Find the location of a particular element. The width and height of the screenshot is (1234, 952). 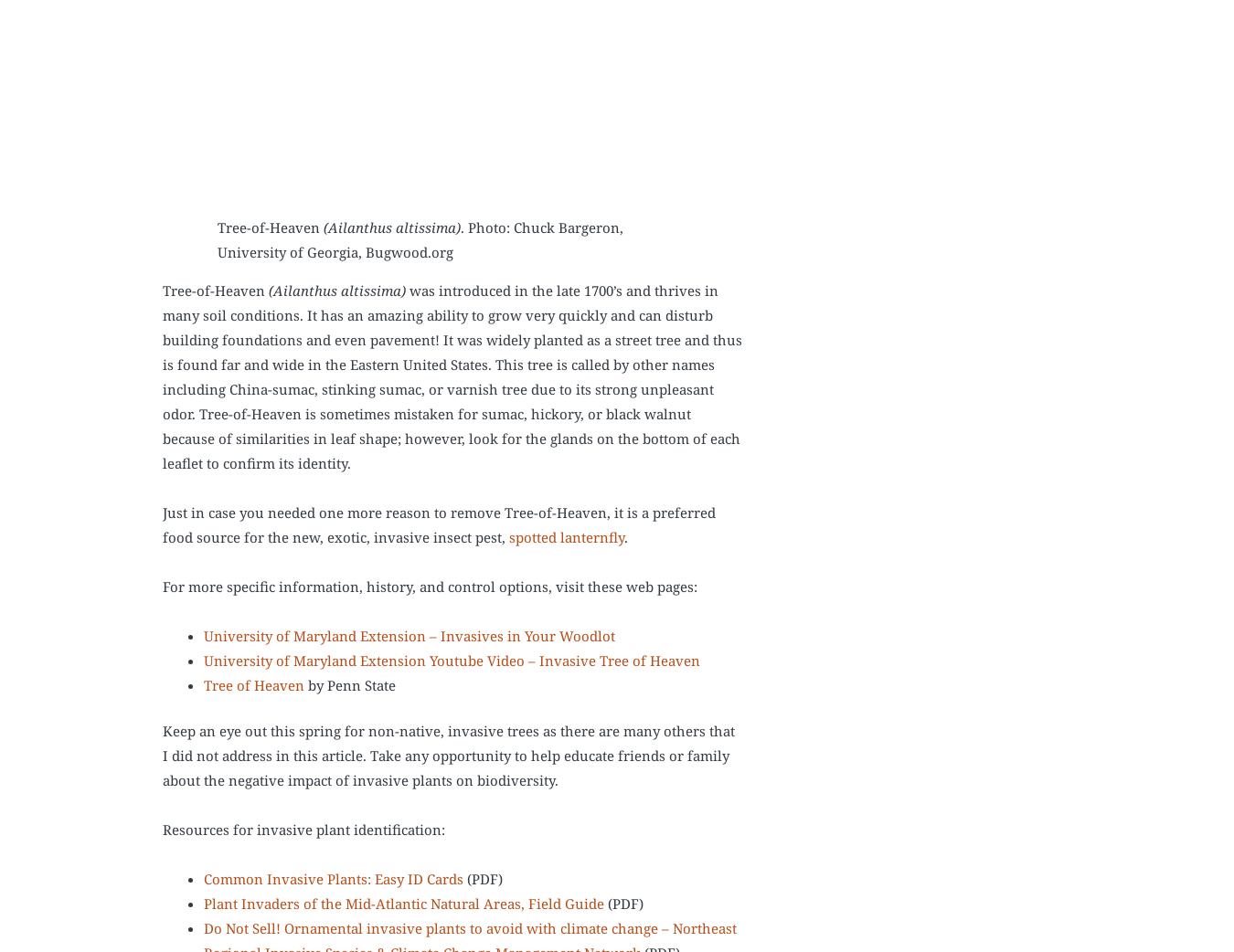

'Tree of Heaven' is located at coordinates (252, 684).